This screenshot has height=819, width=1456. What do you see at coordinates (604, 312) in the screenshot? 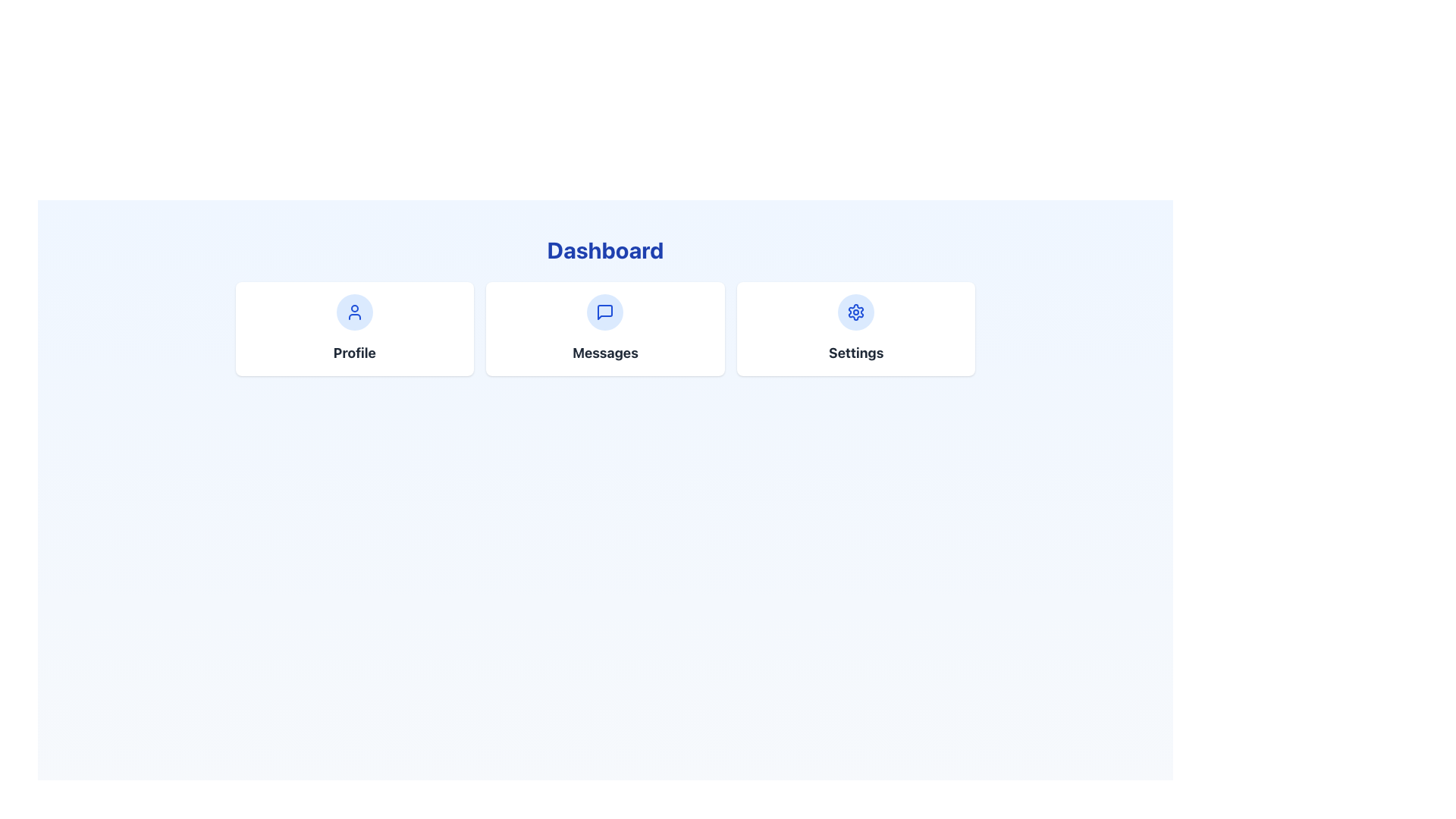
I see `the blue outlined message square icon located in the middle card labeled 'Messages' on the dashboard interface` at bounding box center [604, 312].